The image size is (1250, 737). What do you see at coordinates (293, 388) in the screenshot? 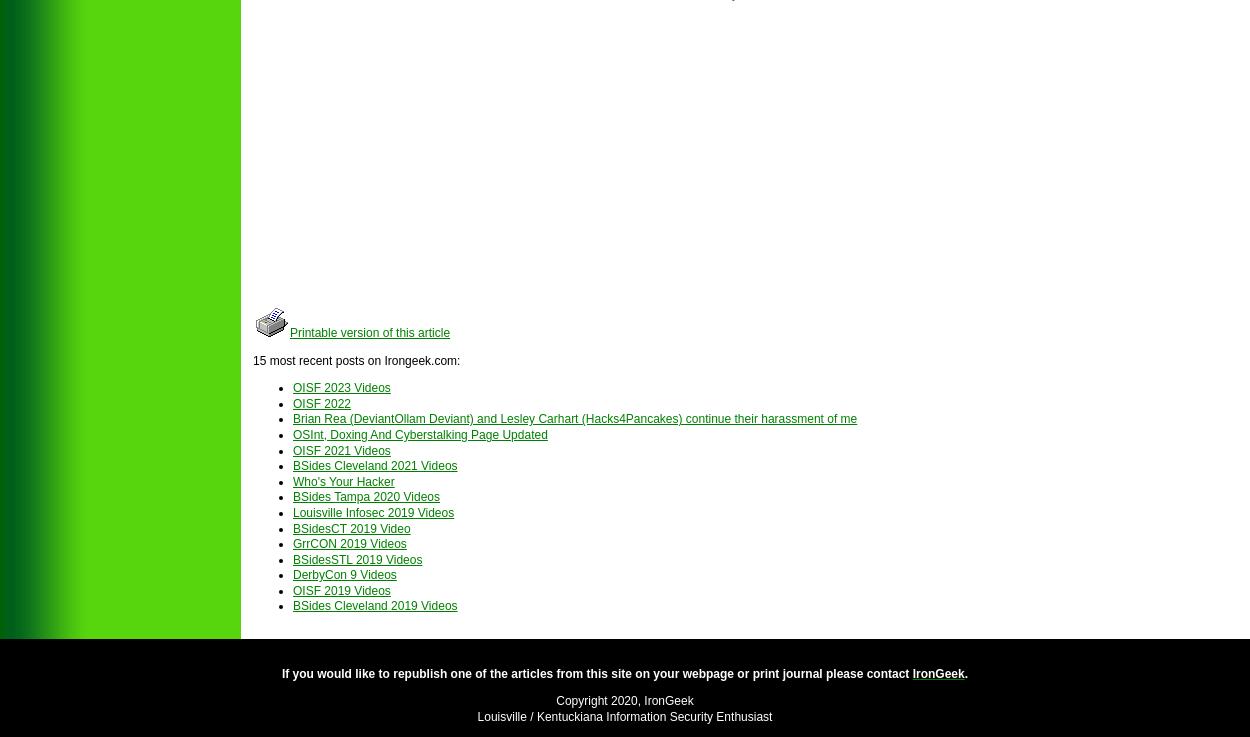
I see `'OISF 2023 Videos'` at bounding box center [293, 388].